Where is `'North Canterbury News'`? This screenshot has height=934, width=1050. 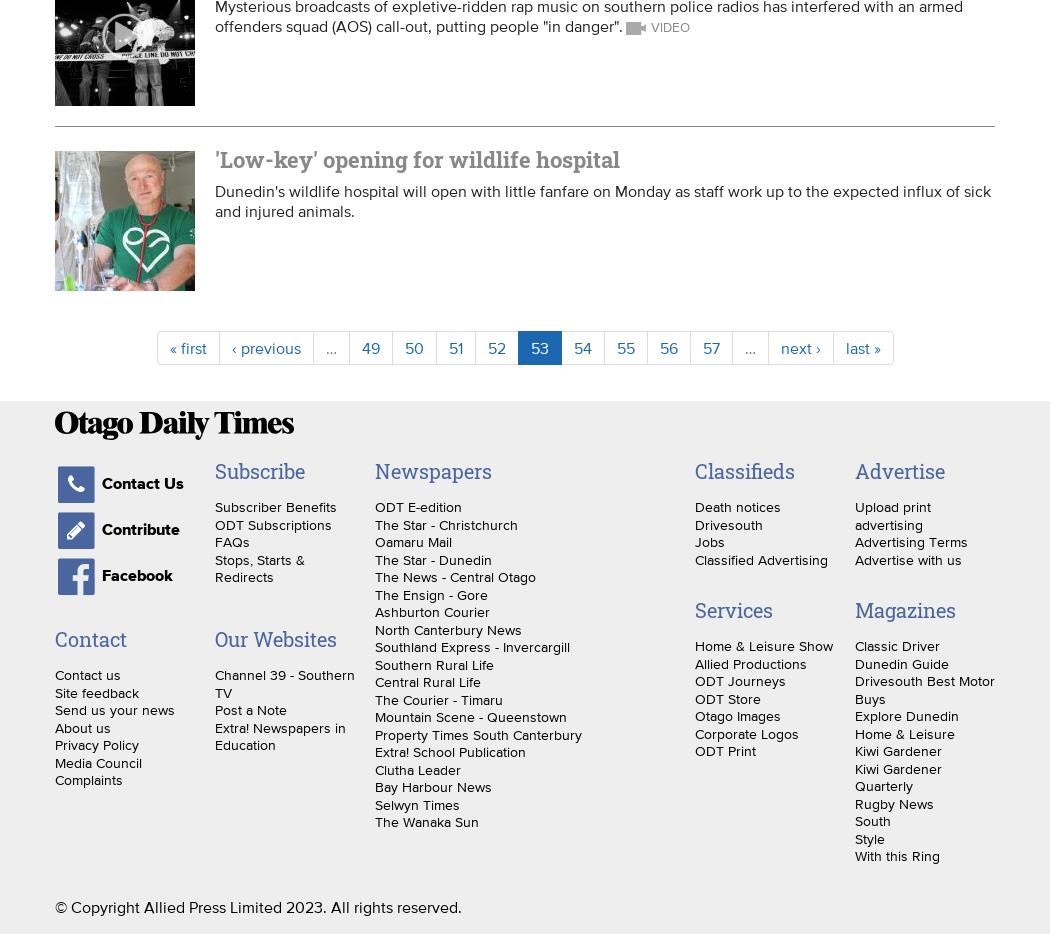
'North Canterbury News' is located at coordinates (446, 628).